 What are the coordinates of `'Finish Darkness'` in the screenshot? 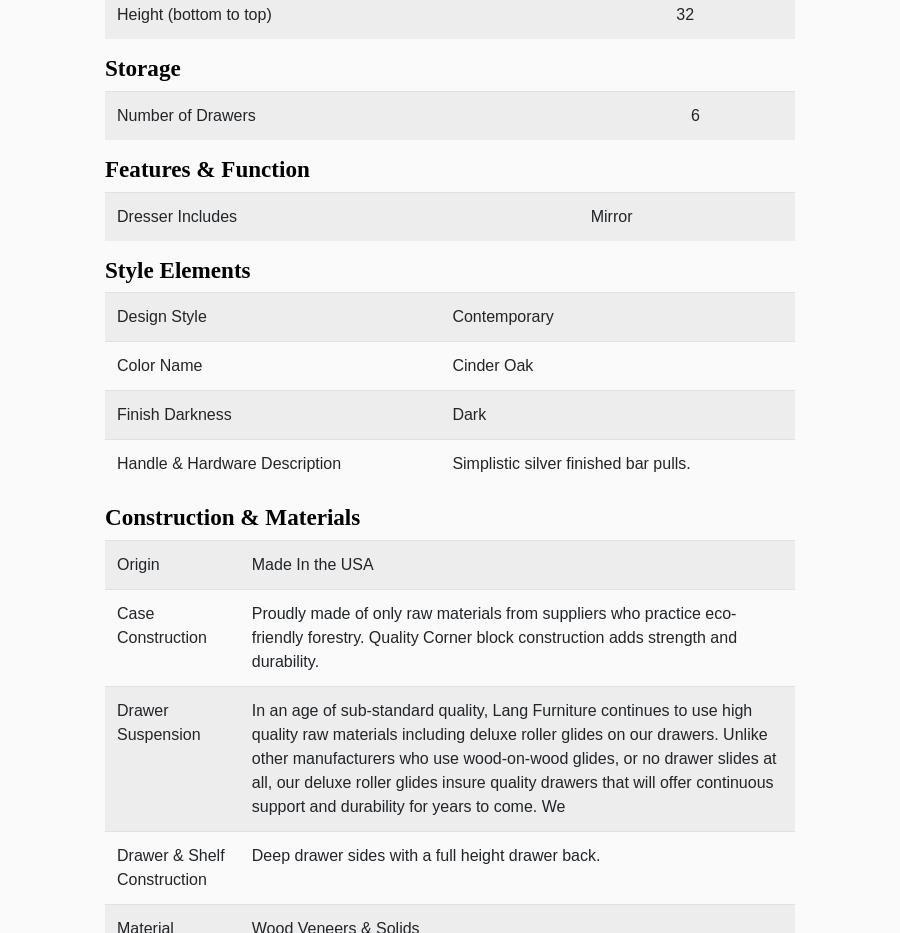 It's located at (173, 414).